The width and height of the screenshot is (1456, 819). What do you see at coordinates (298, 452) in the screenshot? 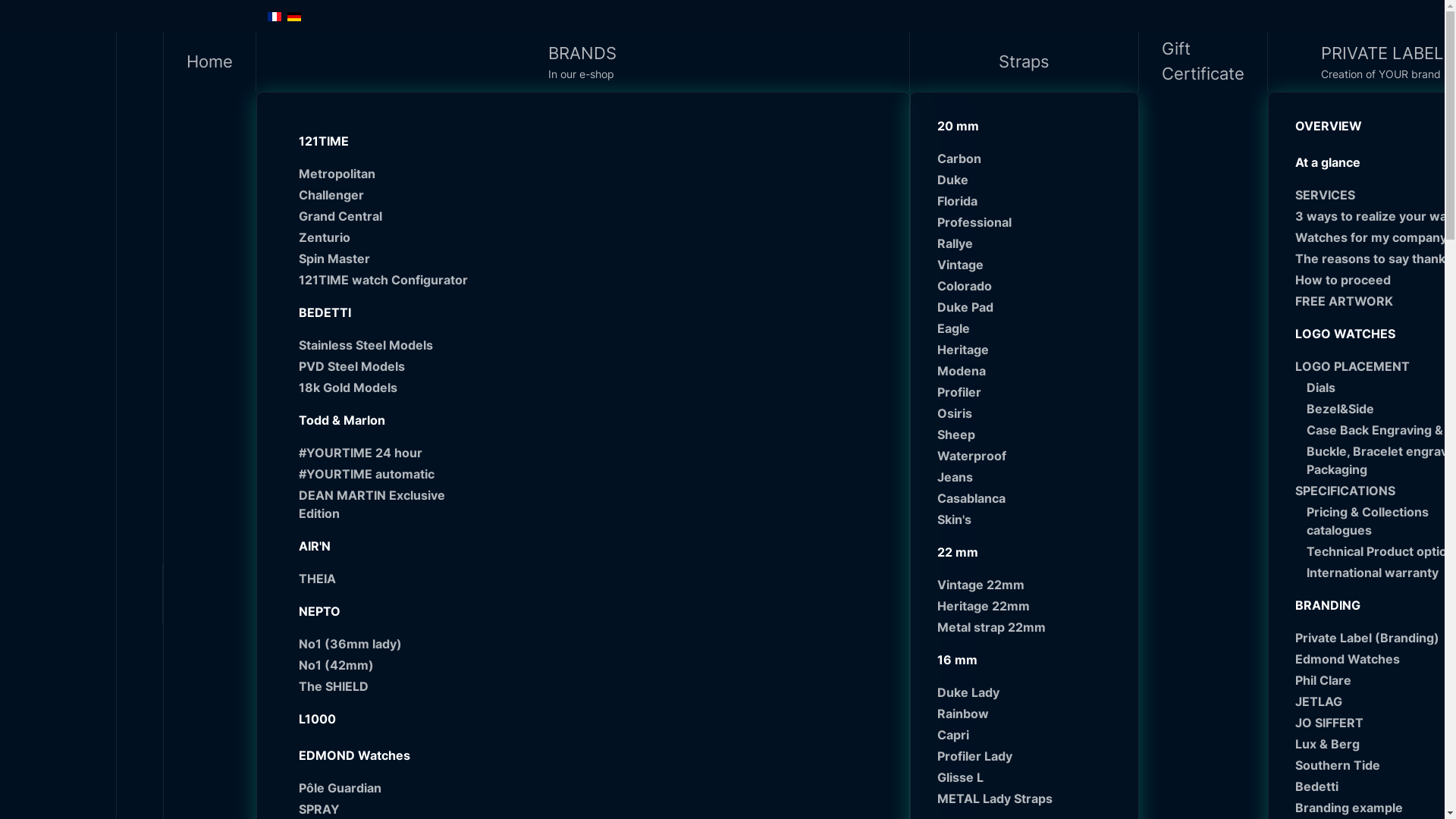
I see `'#YOURTIME 24 hour'` at bounding box center [298, 452].